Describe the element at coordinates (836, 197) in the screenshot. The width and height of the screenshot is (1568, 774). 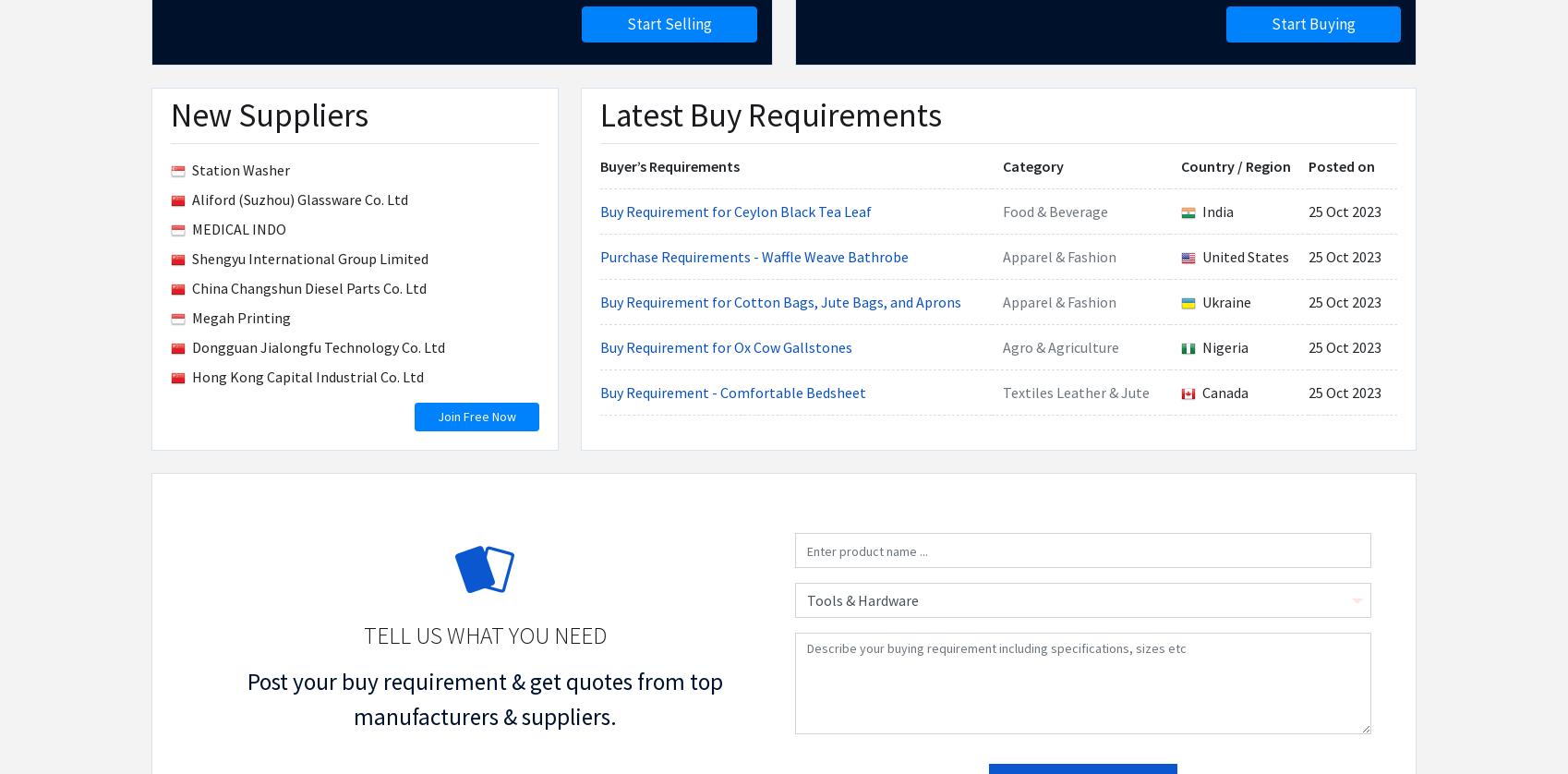
I see `'List of Products'` at that location.